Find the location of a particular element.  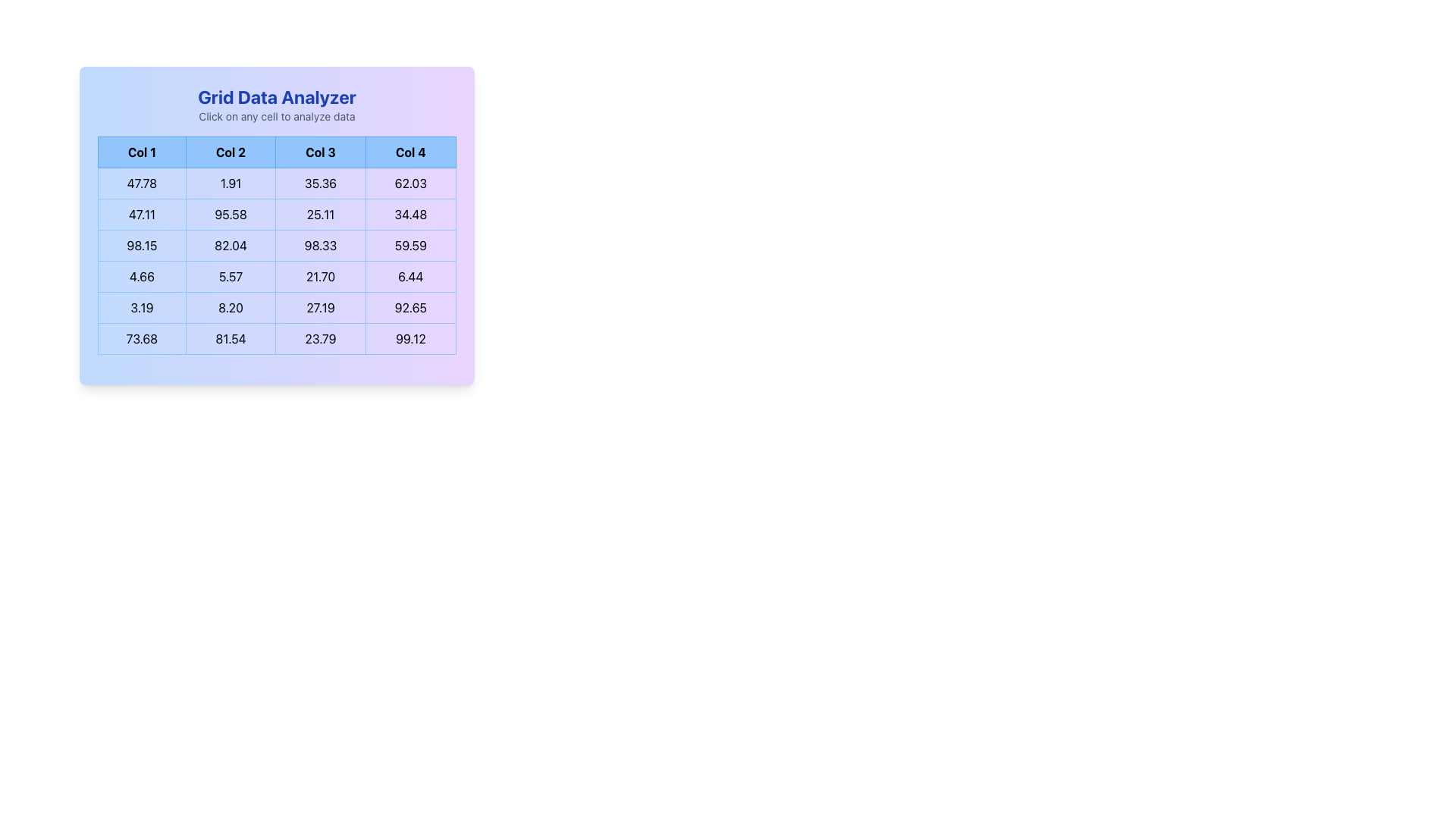

the Table Header Cell labeled 'Col 1' which is styled with a light blue background and contains bold black text is located at coordinates (142, 152).